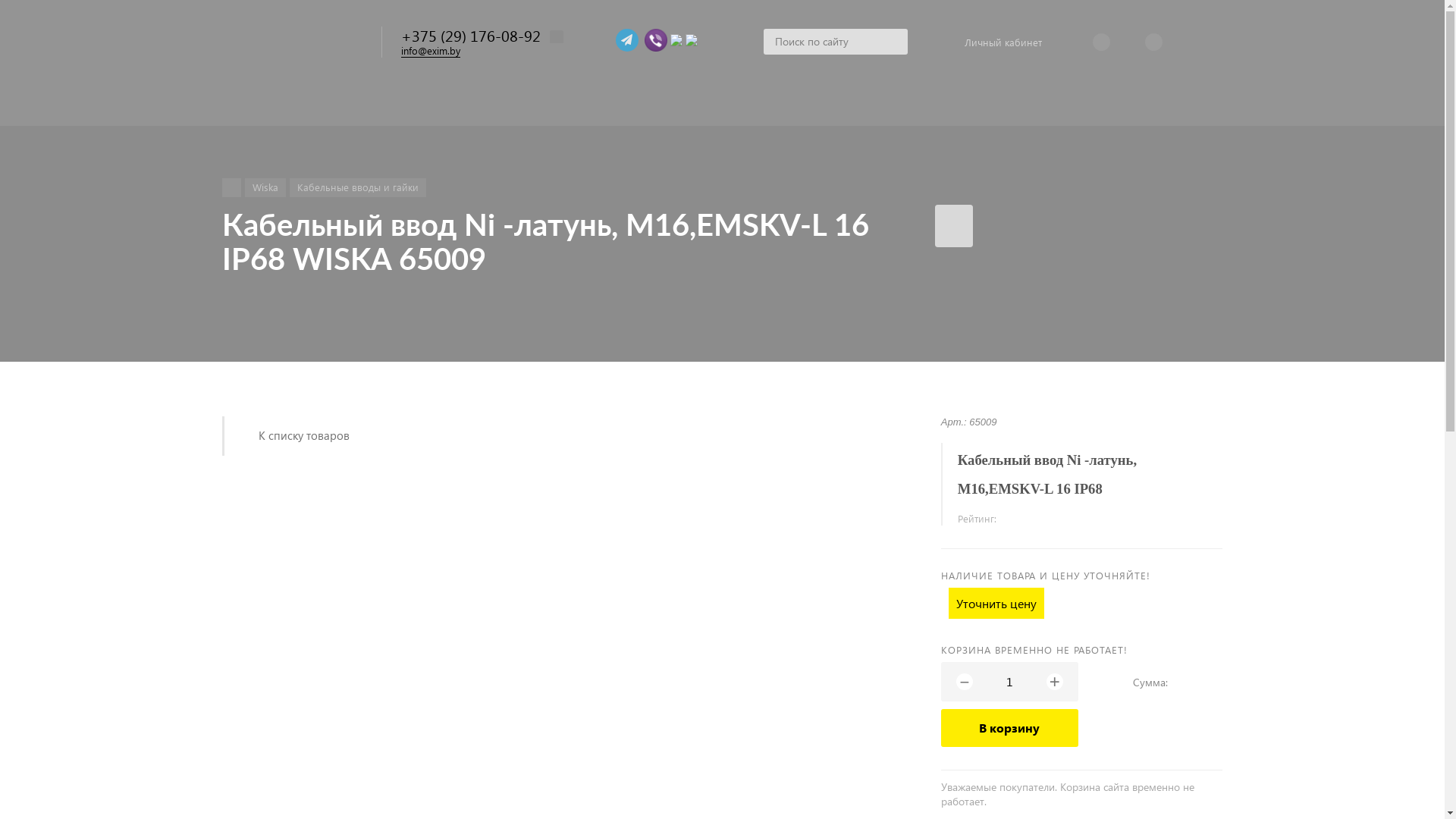 This screenshot has width=1456, height=819. I want to click on 'Wiska', so click(265, 187).